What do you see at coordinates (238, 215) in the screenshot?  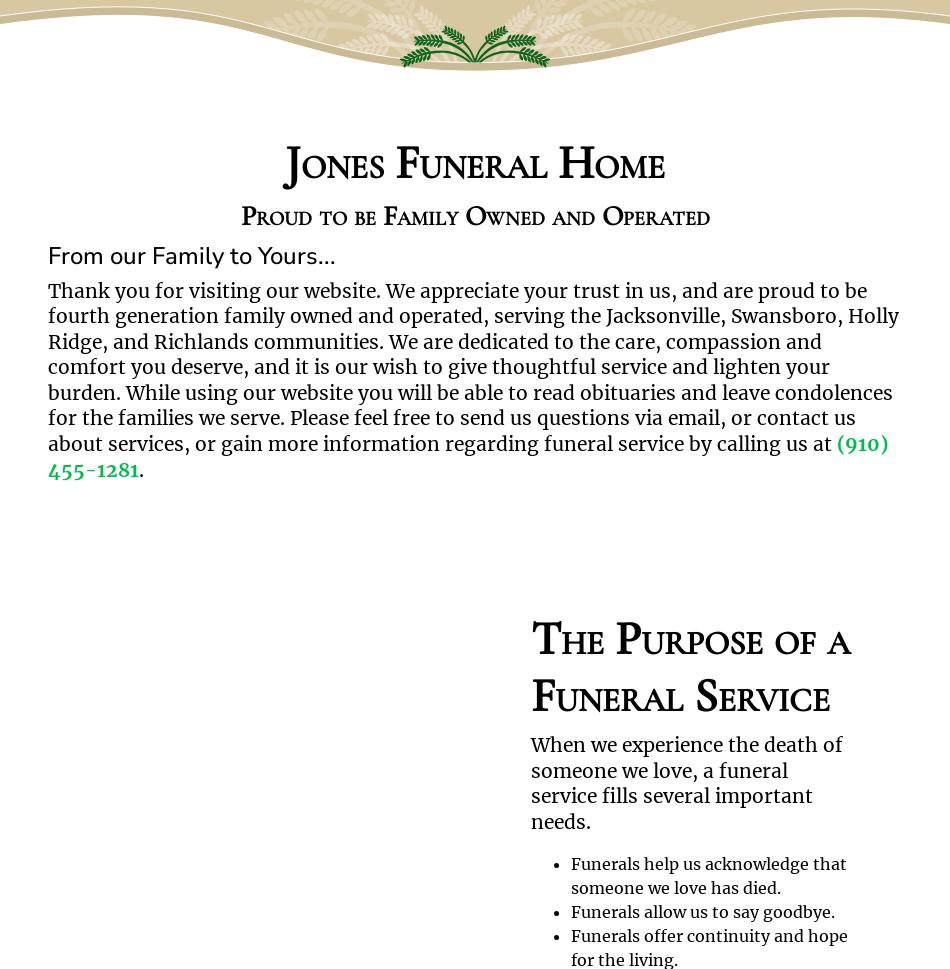 I see `'Proud to be Family Owned and Operated'` at bounding box center [238, 215].